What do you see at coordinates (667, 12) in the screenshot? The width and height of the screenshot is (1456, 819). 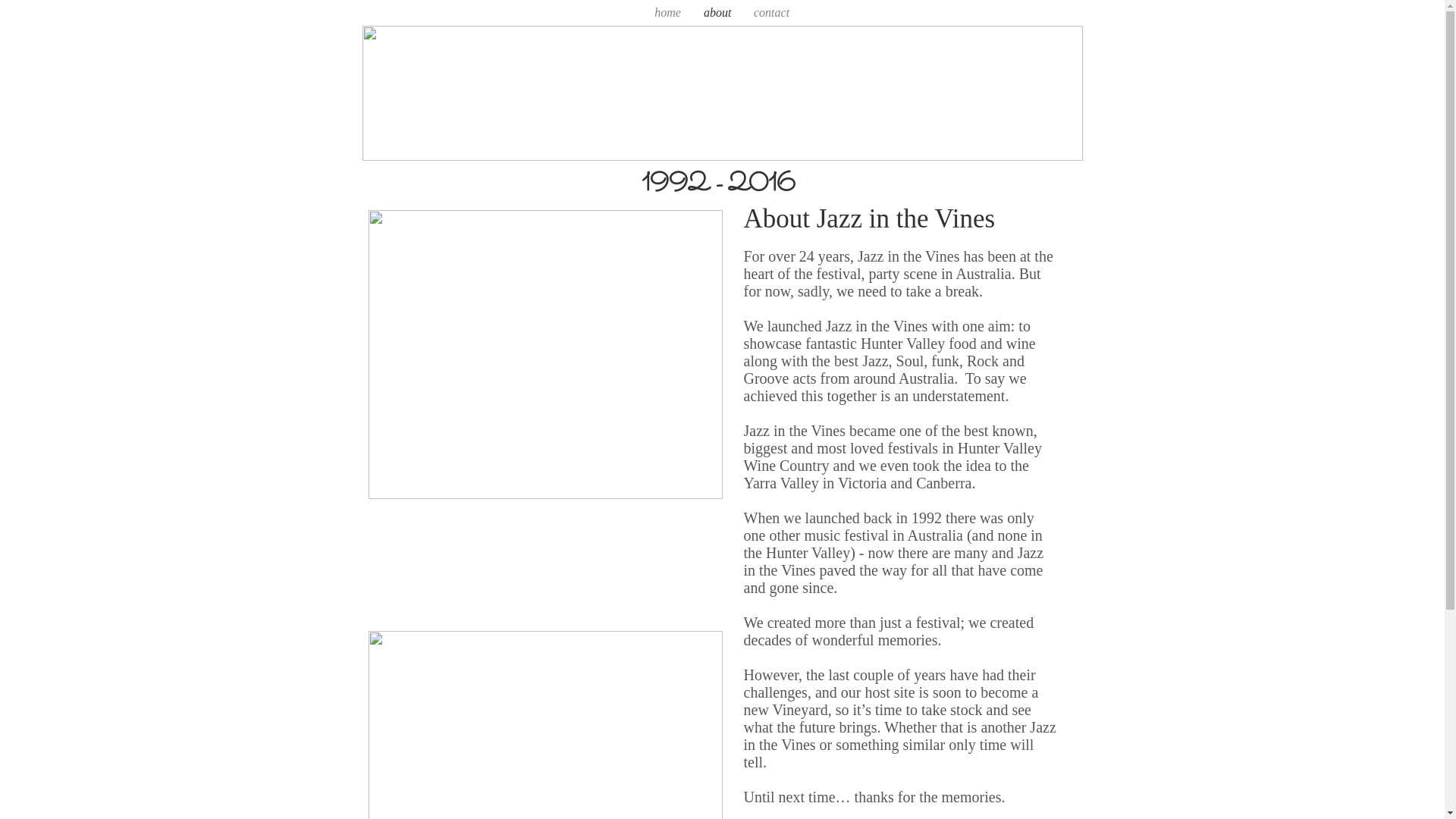 I see `'home'` at bounding box center [667, 12].